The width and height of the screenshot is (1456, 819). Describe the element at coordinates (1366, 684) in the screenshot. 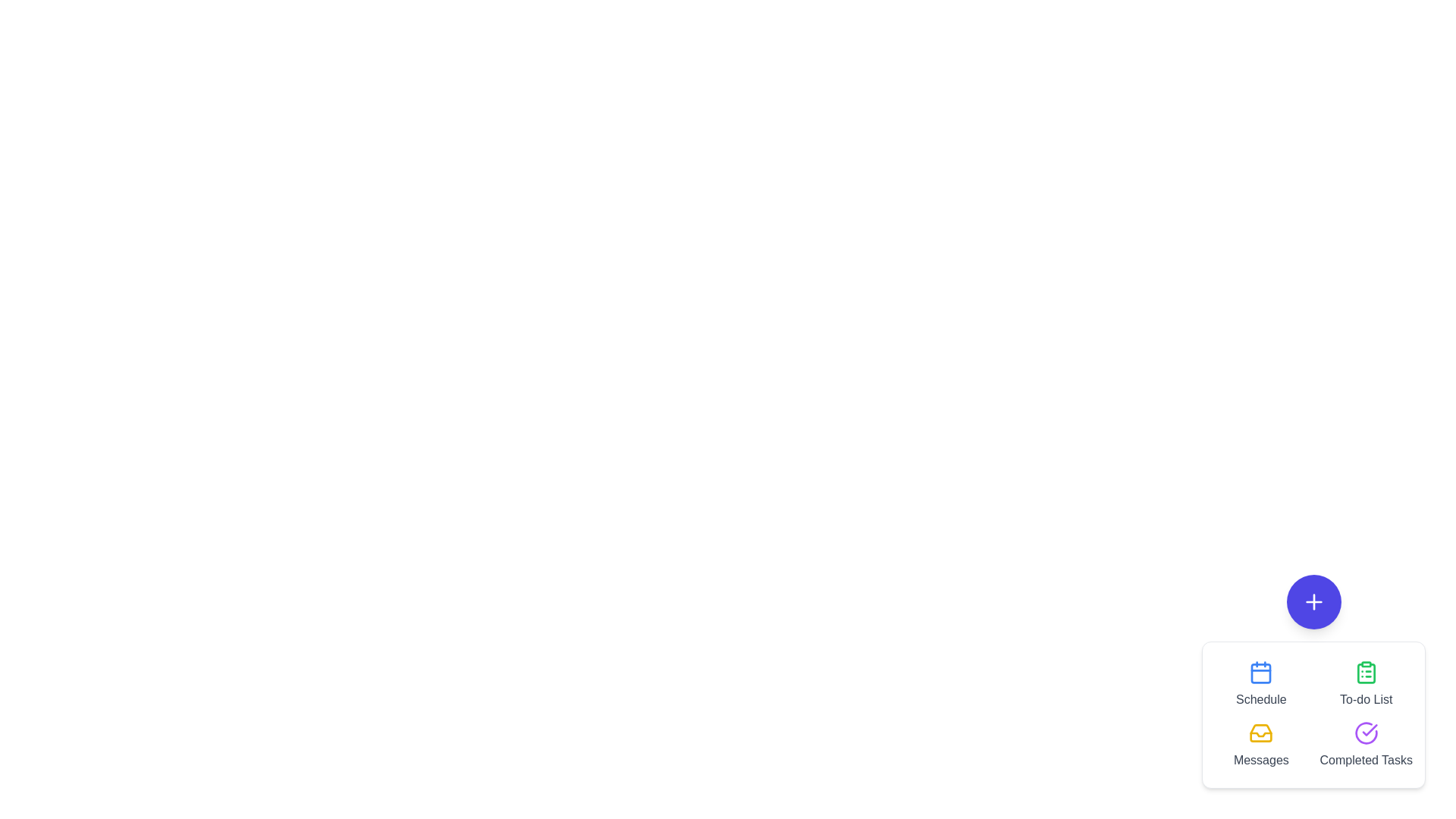

I see `the 'To-do List' button in the speed dial menu` at that location.